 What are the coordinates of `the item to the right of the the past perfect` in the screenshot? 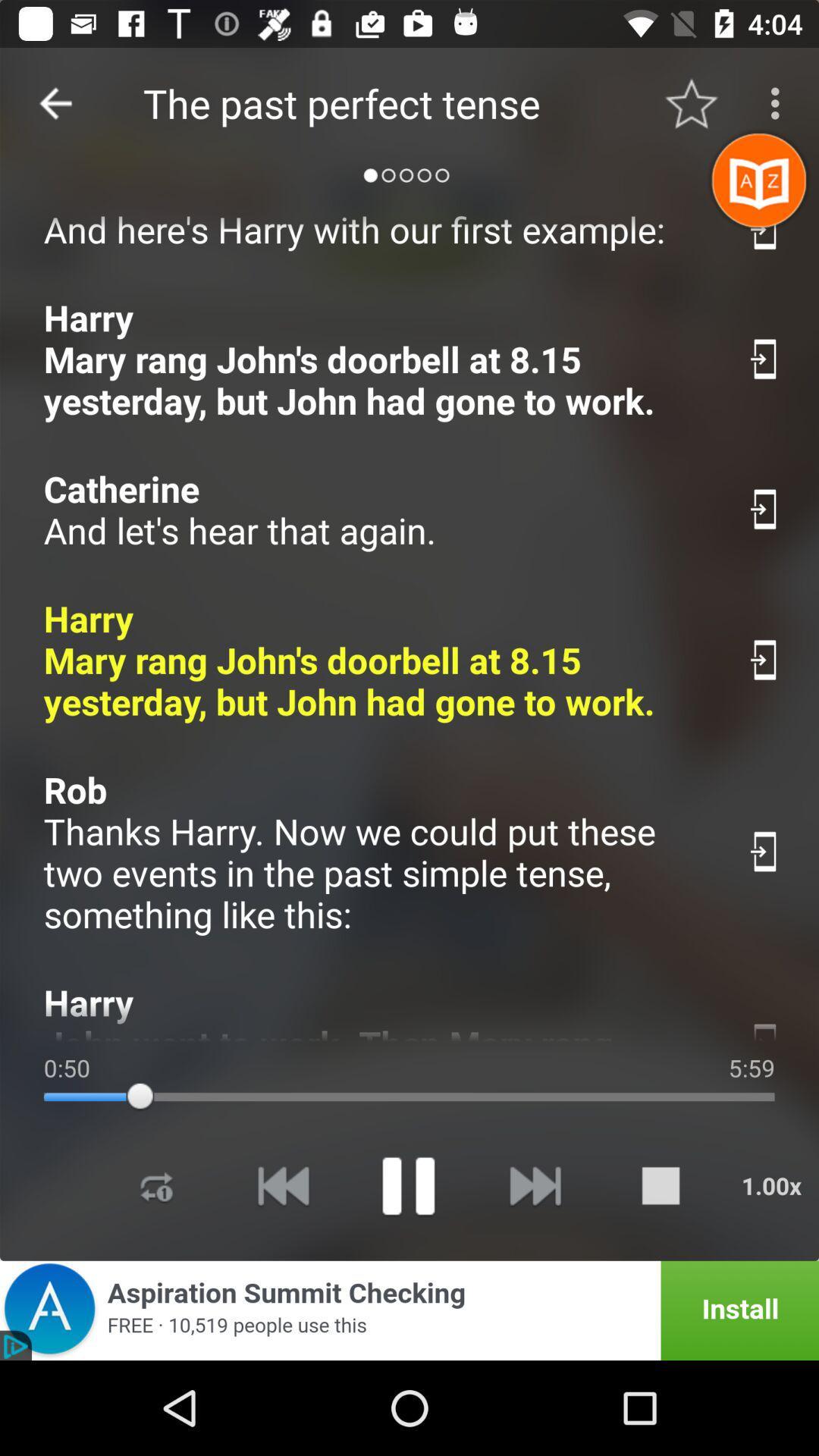 It's located at (691, 102).